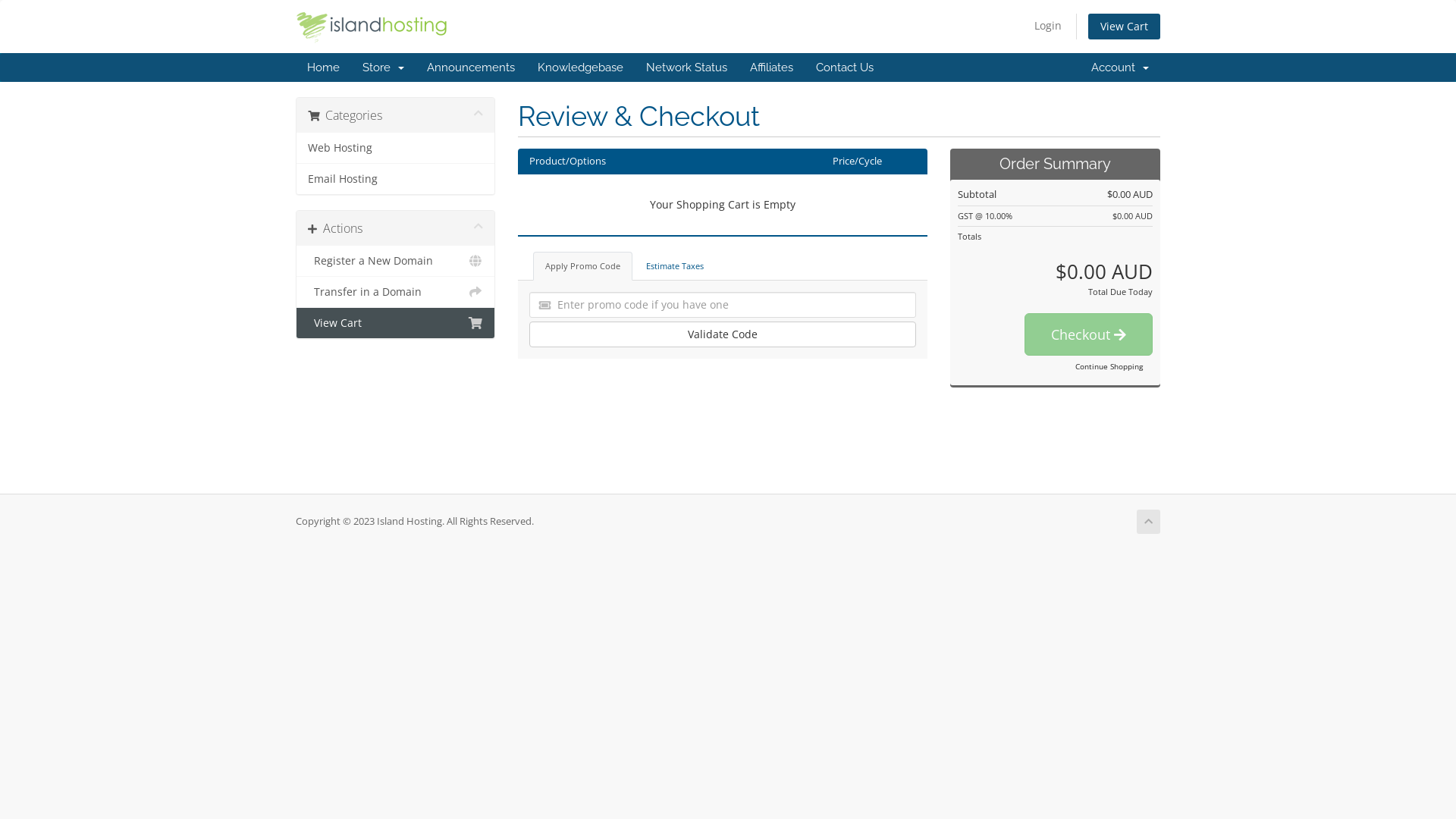  Describe the element at coordinates (350, 66) in the screenshot. I see `'Store  '` at that location.